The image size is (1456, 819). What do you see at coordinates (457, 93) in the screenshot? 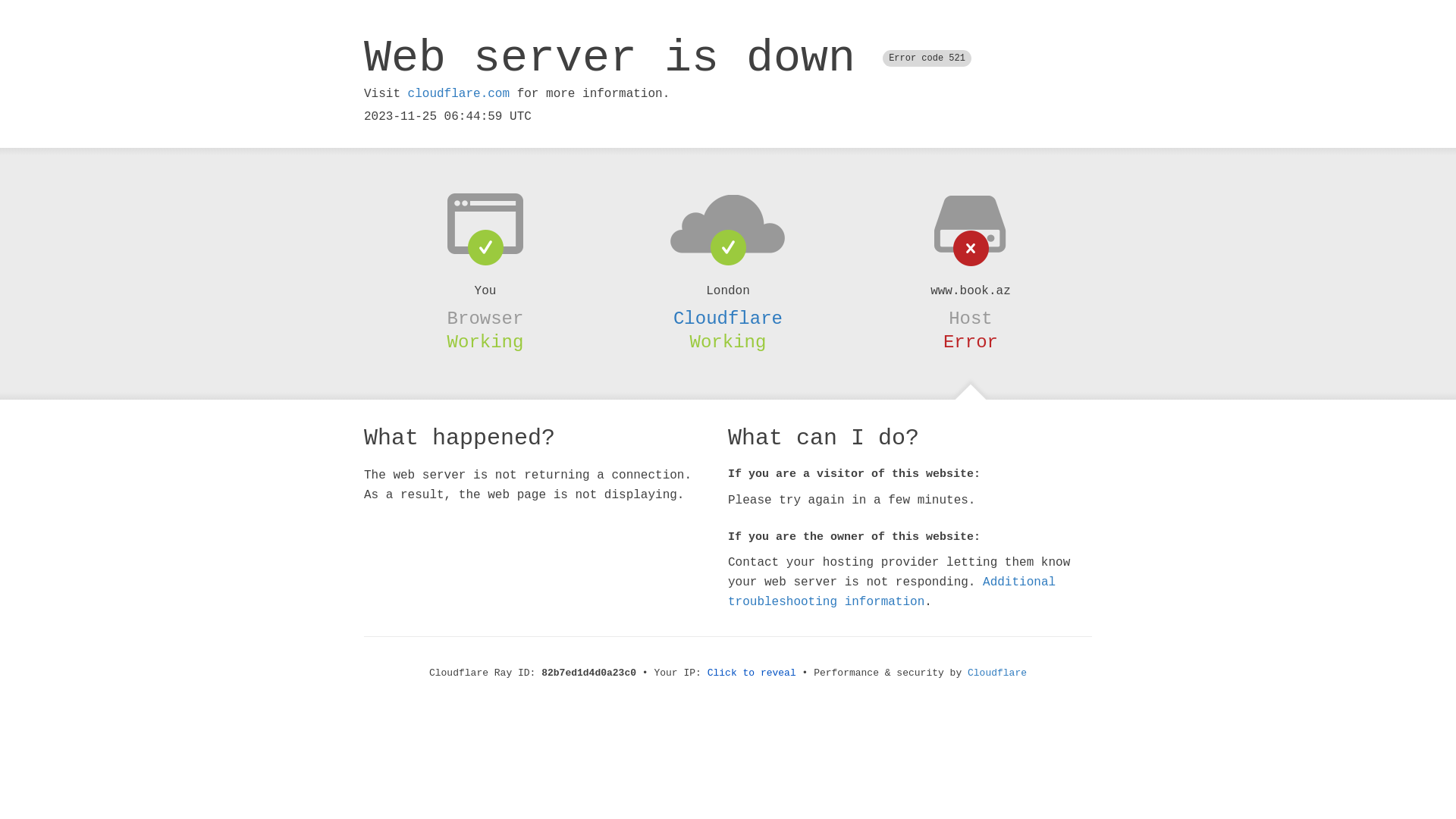
I see `'cloudflare.com'` at bounding box center [457, 93].